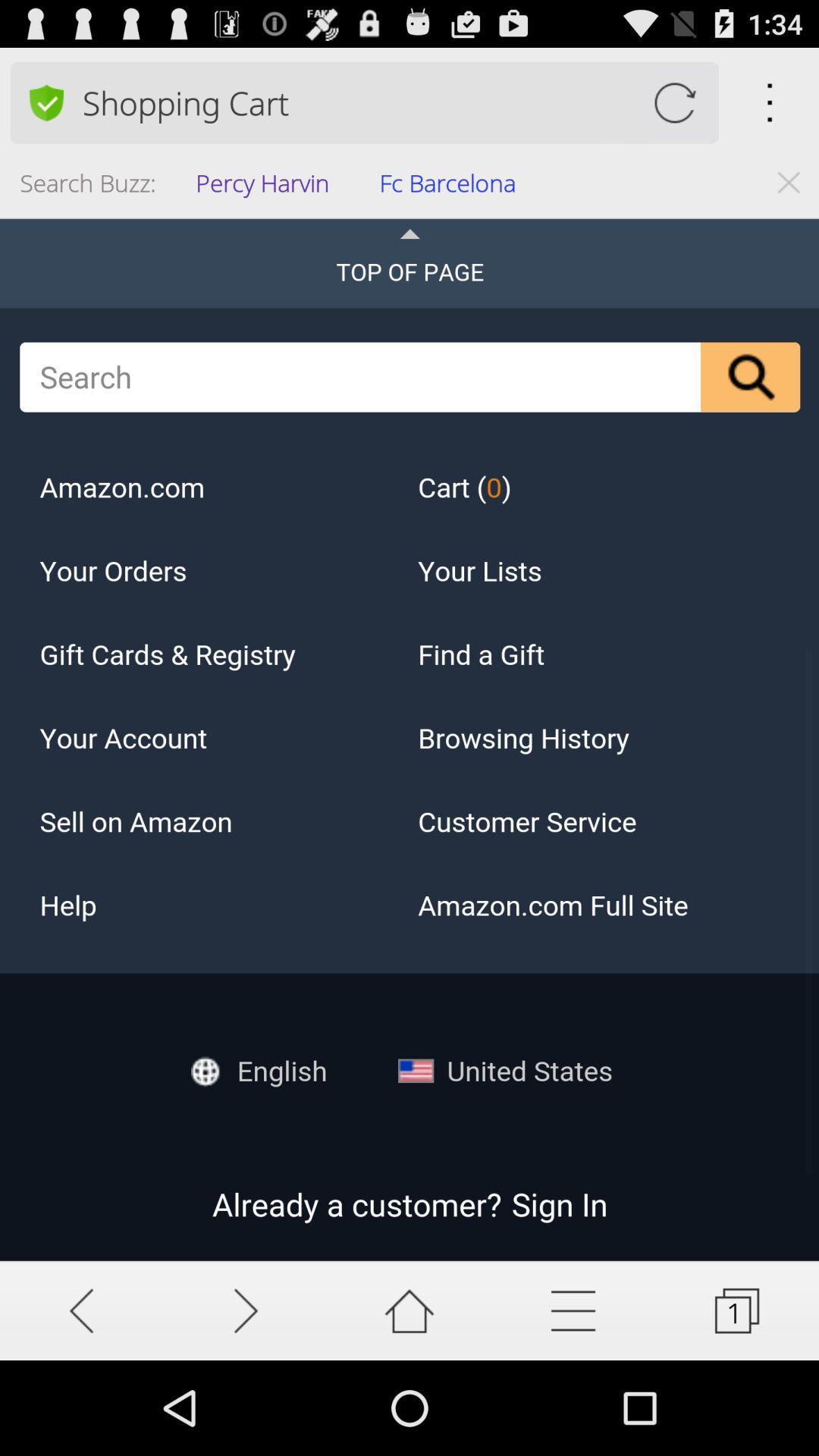 The width and height of the screenshot is (819, 1456). What do you see at coordinates (409, 1310) in the screenshot?
I see `the item at the bottom` at bounding box center [409, 1310].